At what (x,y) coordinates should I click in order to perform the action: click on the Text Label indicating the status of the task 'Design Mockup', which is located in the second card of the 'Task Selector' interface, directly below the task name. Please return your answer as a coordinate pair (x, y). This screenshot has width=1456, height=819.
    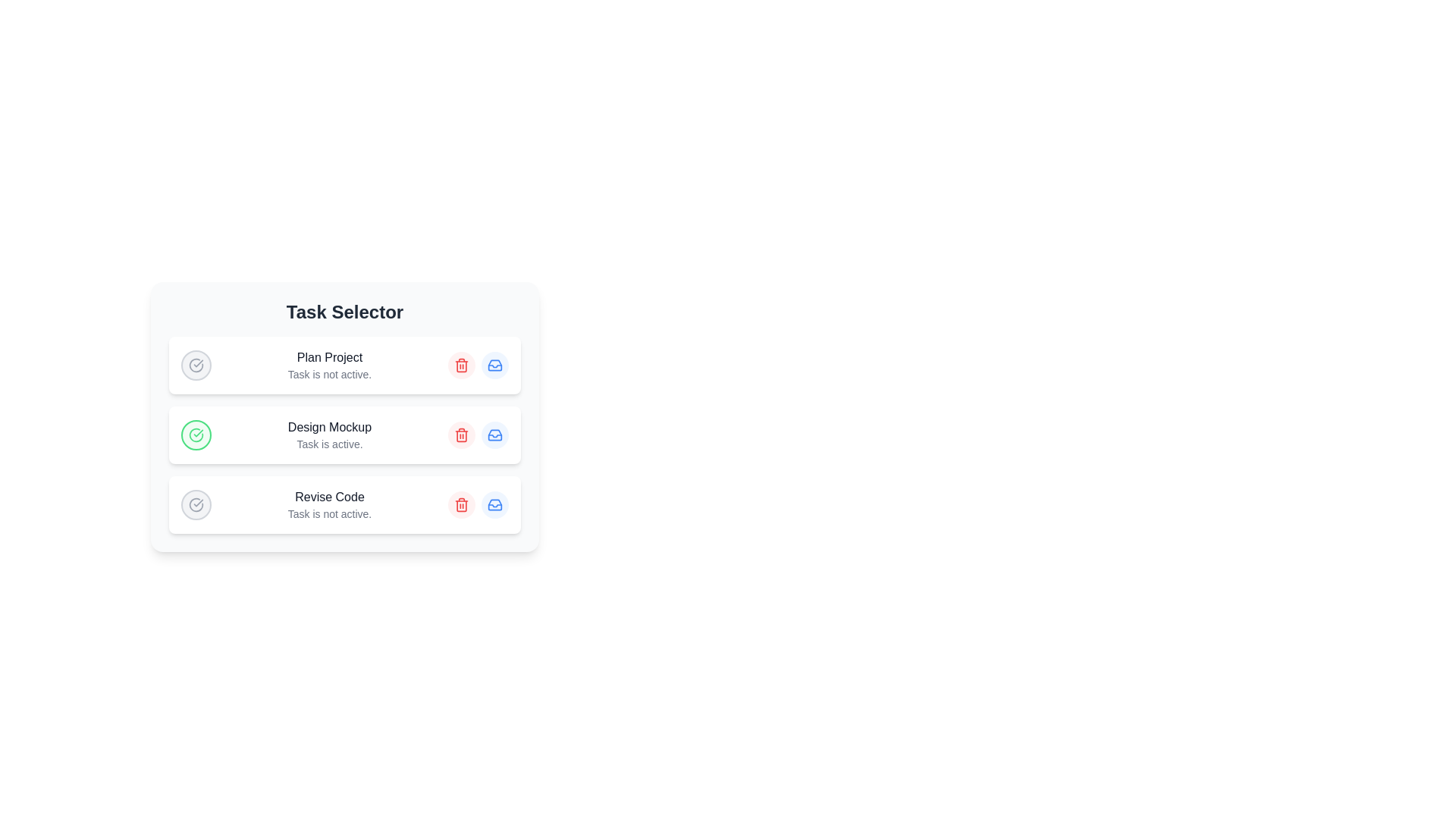
    Looking at the image, I should click on (329, 444).